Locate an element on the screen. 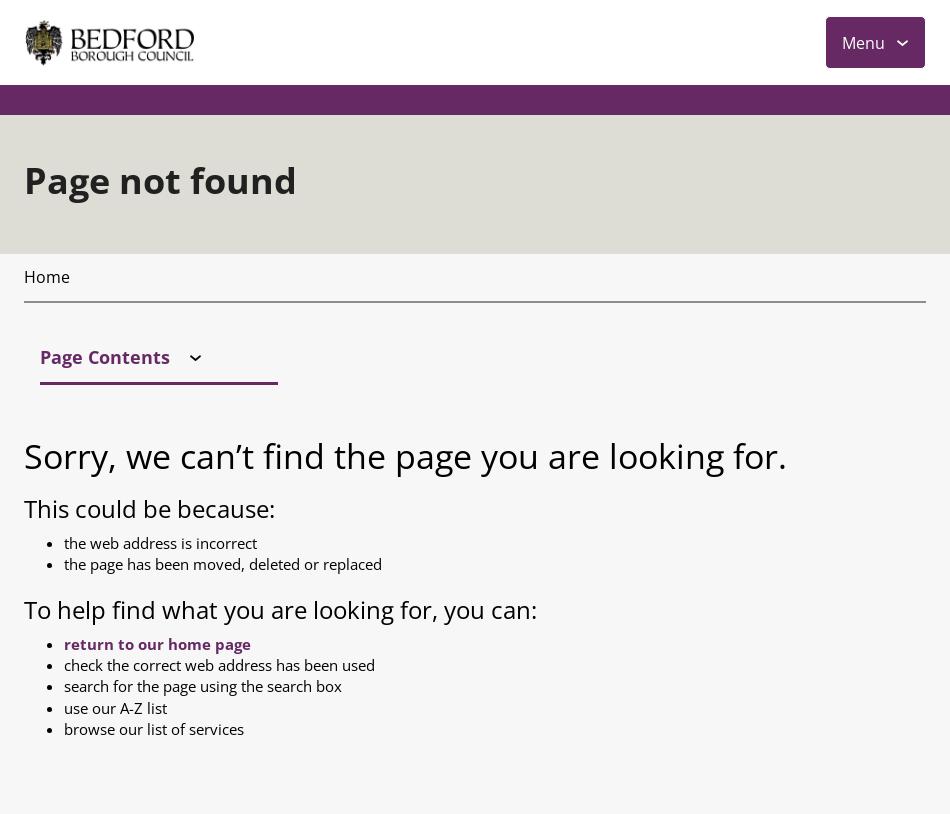 This screenshot has height=814, width=950. 'To help find what you are looking for, you can:' is located at coordinates (279, 182).